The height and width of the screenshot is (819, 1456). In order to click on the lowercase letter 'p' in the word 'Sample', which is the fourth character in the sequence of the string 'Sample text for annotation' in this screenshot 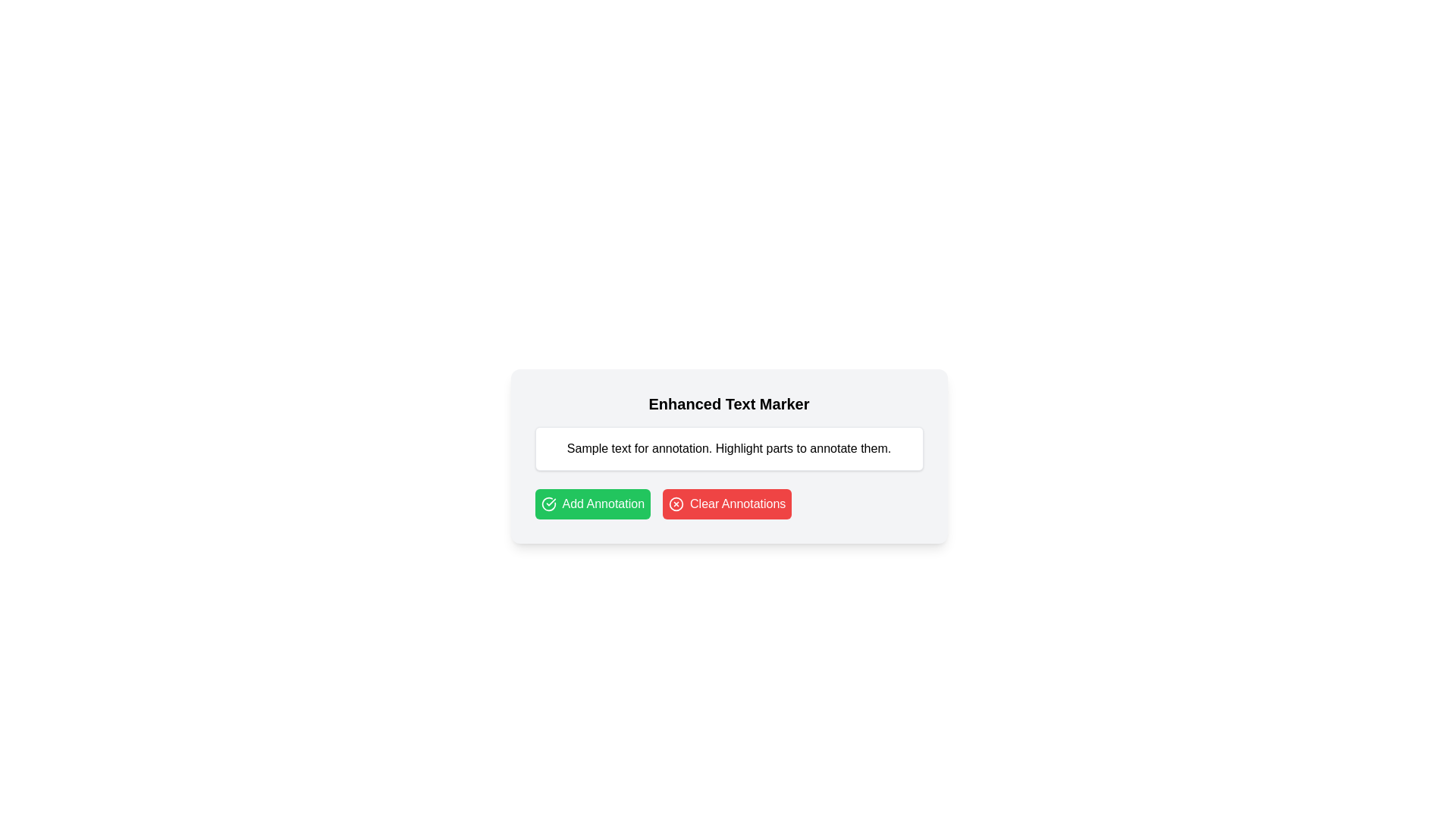, I will do `click(595, 447)`.